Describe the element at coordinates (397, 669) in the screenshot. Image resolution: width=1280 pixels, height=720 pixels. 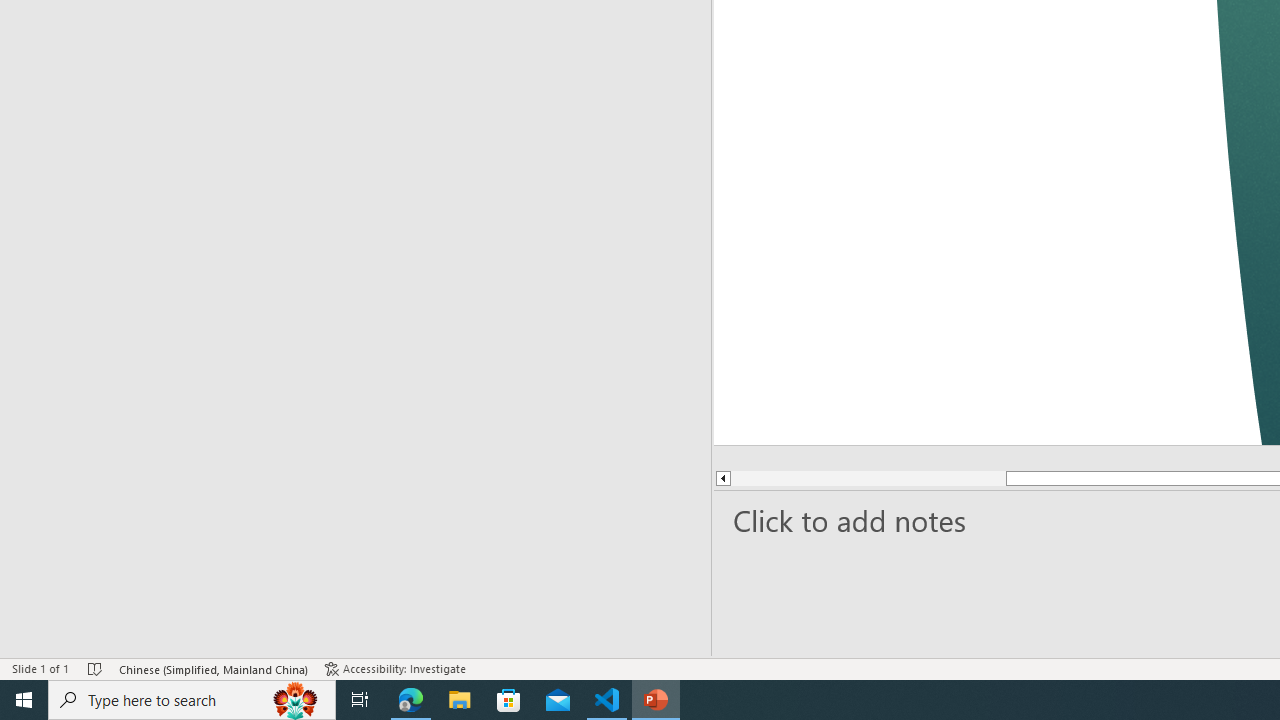
I see `'Accessibility Checker Accessibility: Investigate'` at that location.